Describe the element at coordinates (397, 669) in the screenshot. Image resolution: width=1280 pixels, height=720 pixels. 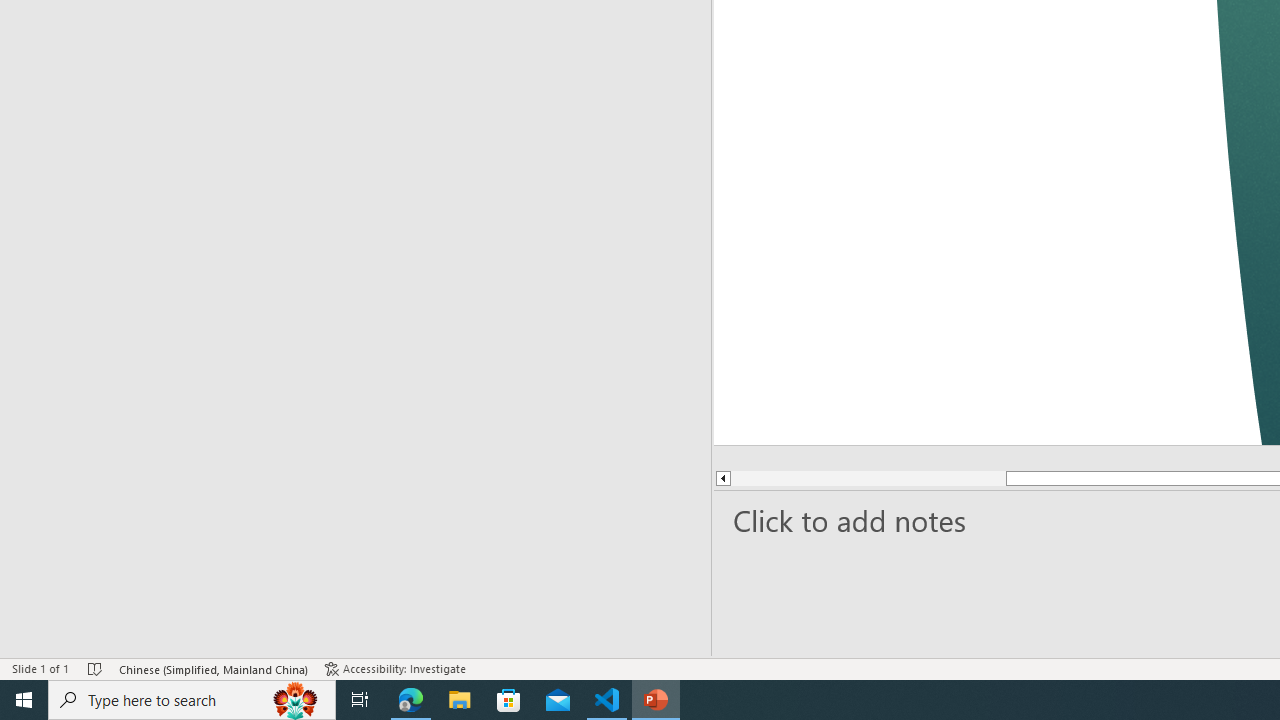
I see `'Accessibility Checker Accessibility: Investigate'` at that location.